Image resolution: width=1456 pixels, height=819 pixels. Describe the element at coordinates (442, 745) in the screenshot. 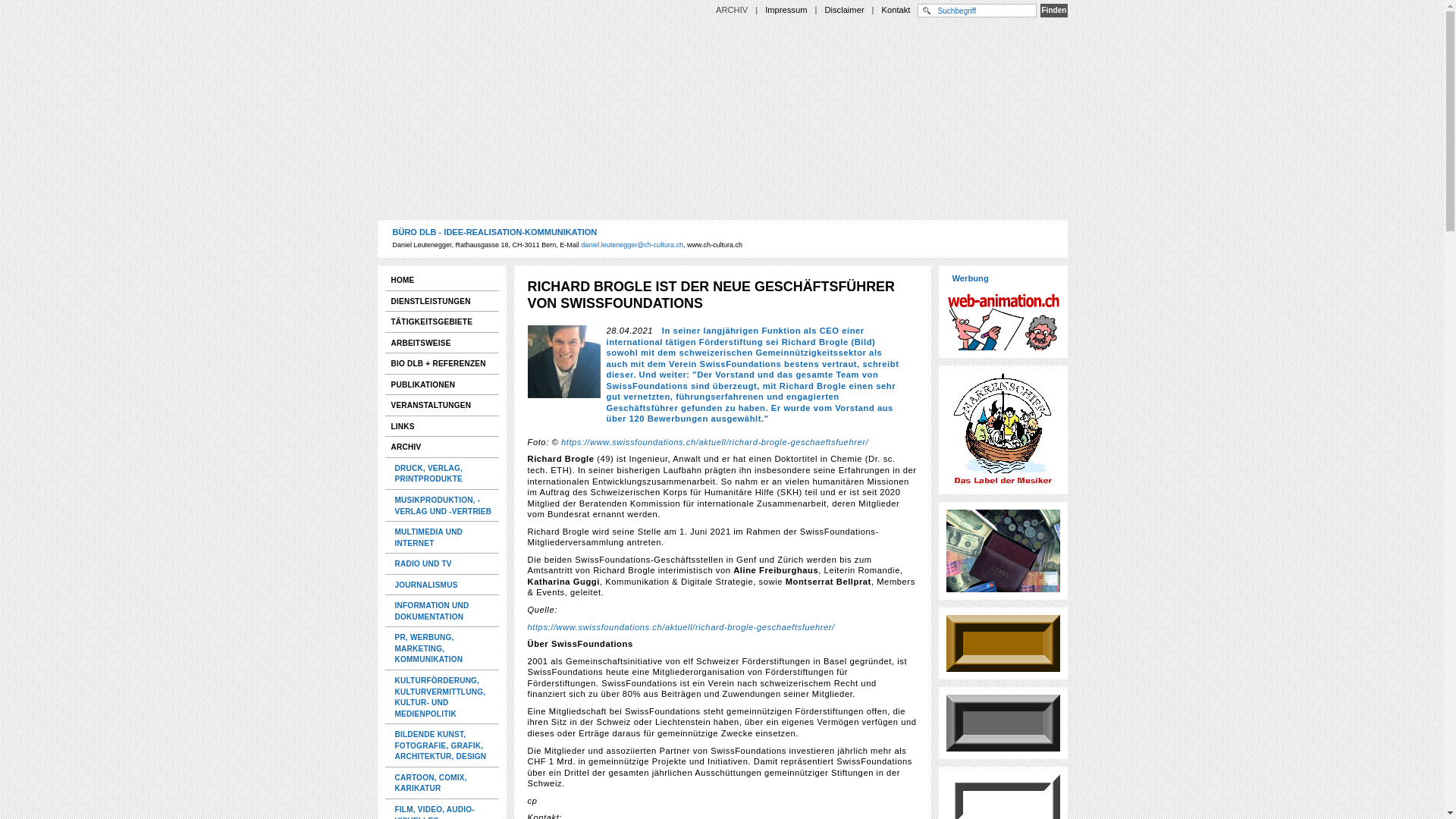

I see `'BILDENDE KUNST, FOTOGRAFIE, GRAFIK, ARCHITEKTUR, DESIGN'` at that location.